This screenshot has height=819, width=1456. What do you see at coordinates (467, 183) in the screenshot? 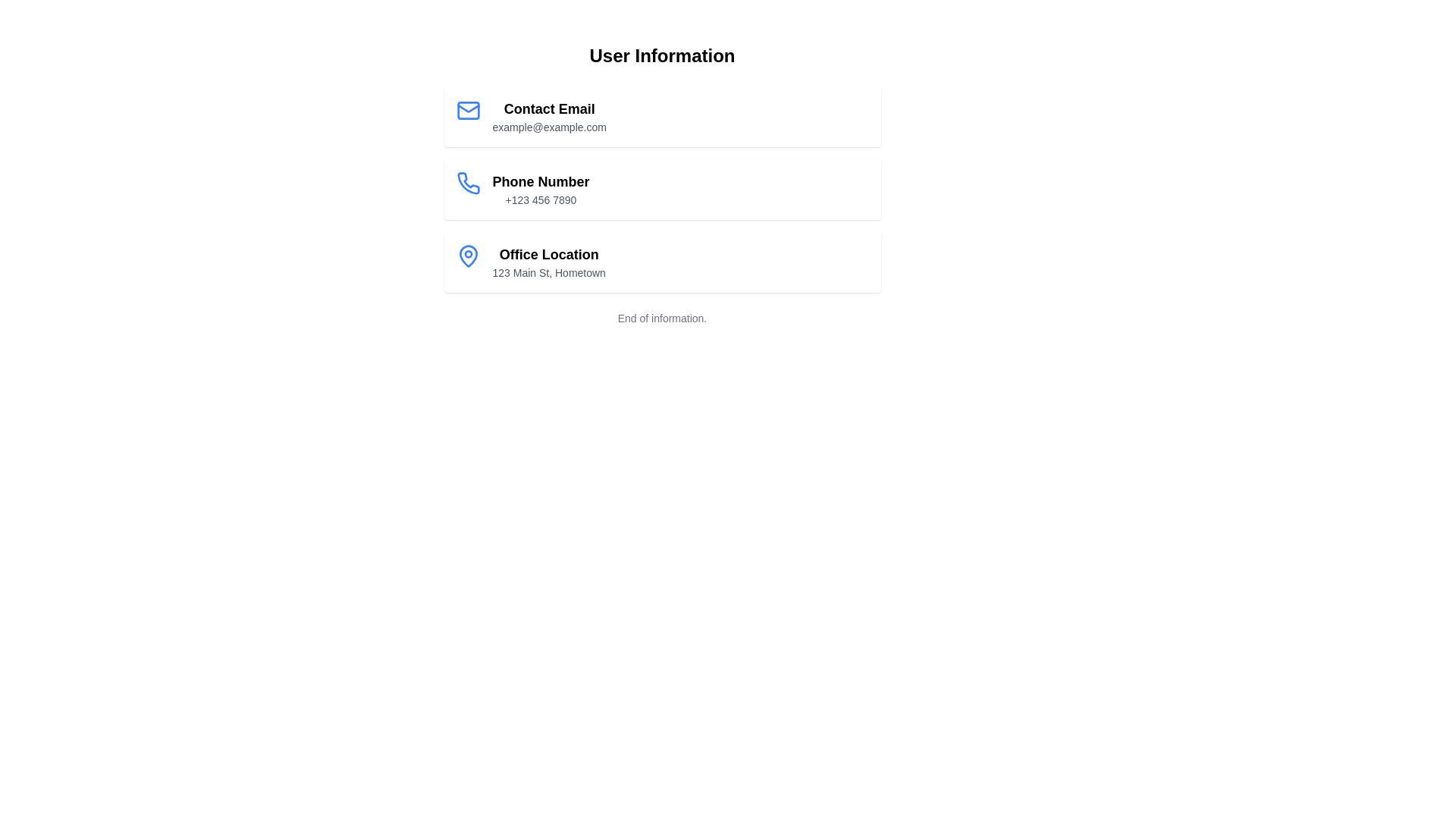
I see `the blue telephone receiver icon in the 'Phone Number' section, located at the leftmost part of the second row of the user information list` at bounding box center [467, 183].